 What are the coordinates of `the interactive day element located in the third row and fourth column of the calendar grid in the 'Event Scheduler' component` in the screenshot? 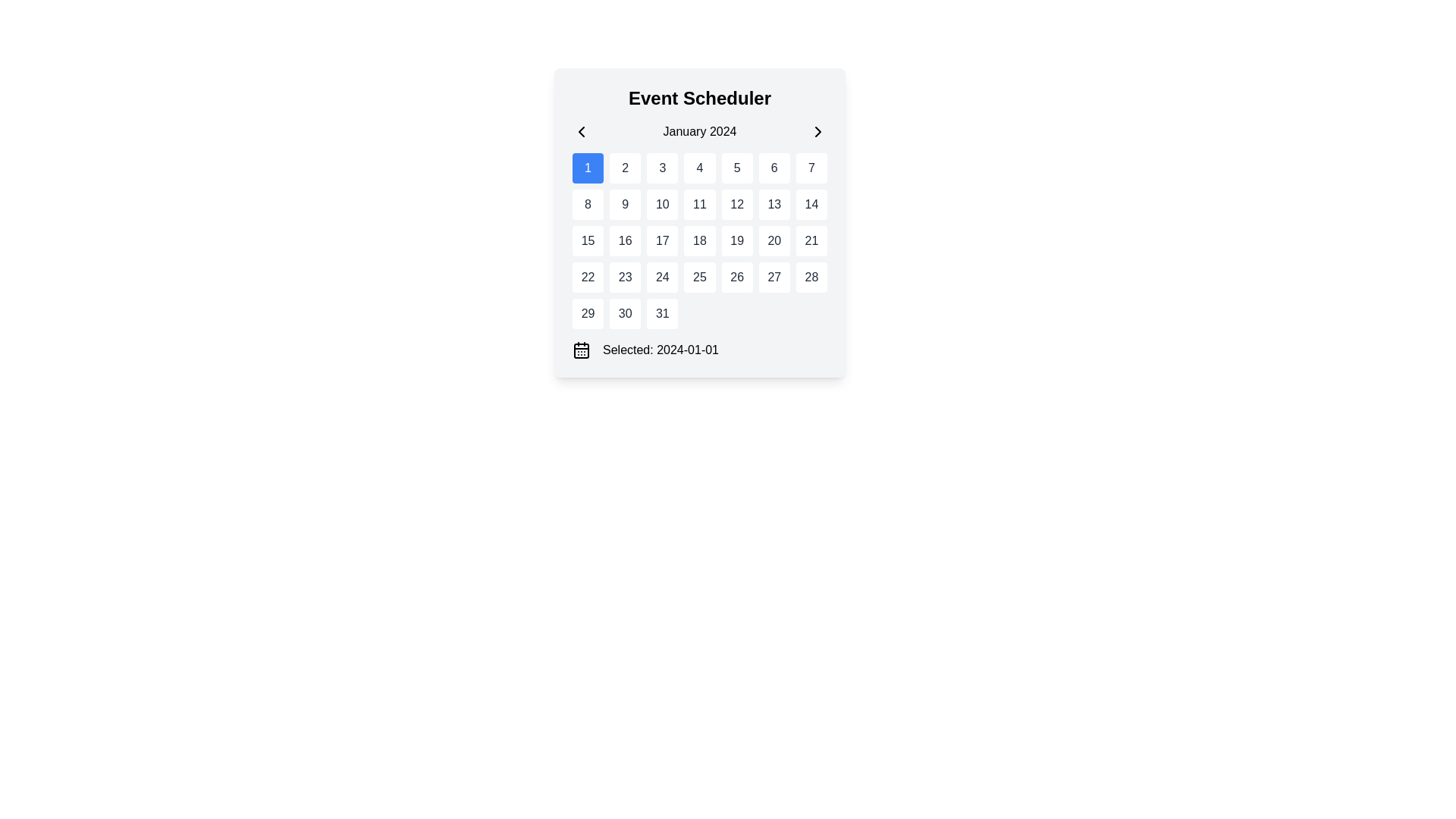 It's located at (698, 240).